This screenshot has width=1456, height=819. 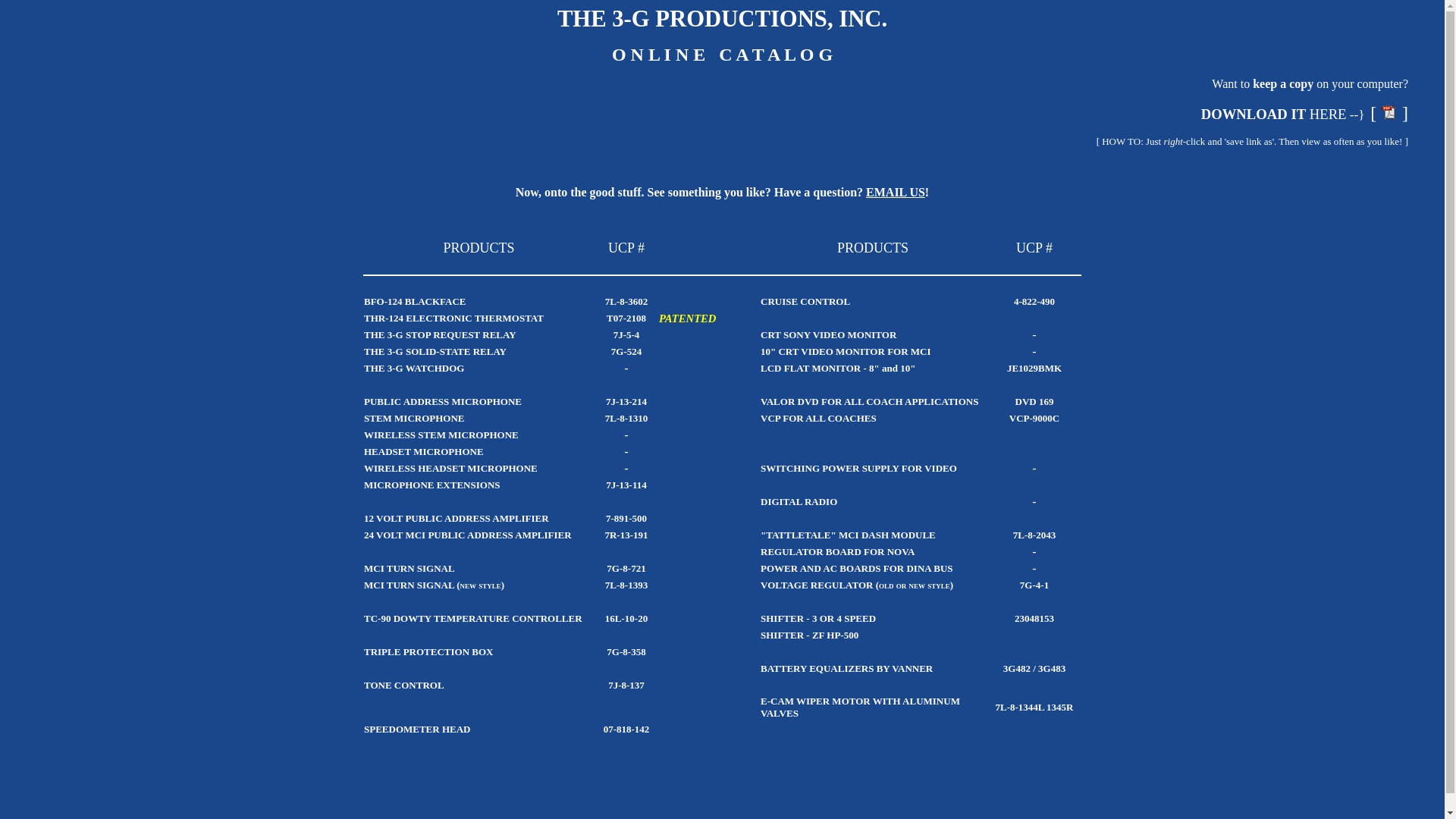 What do you see at coordinates (409, 568) in the screenshot?
I see `'MCI TURN SIGNAL'` at bounding box center [409, 568].